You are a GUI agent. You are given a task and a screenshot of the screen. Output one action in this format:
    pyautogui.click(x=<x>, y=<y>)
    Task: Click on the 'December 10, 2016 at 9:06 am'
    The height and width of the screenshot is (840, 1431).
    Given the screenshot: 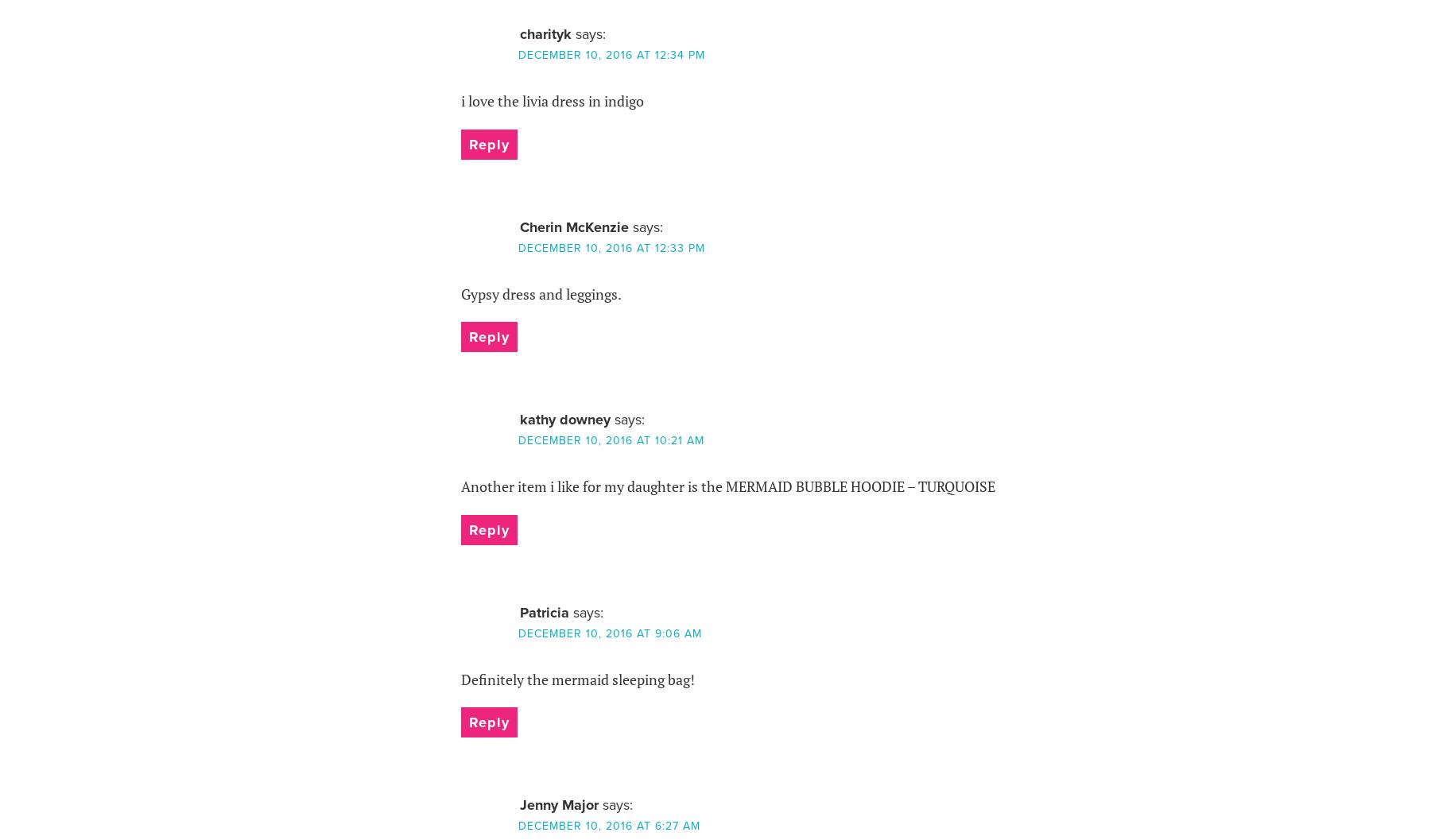 What is the action you would take?
    pyautogui.click(x=608, y=633)
    